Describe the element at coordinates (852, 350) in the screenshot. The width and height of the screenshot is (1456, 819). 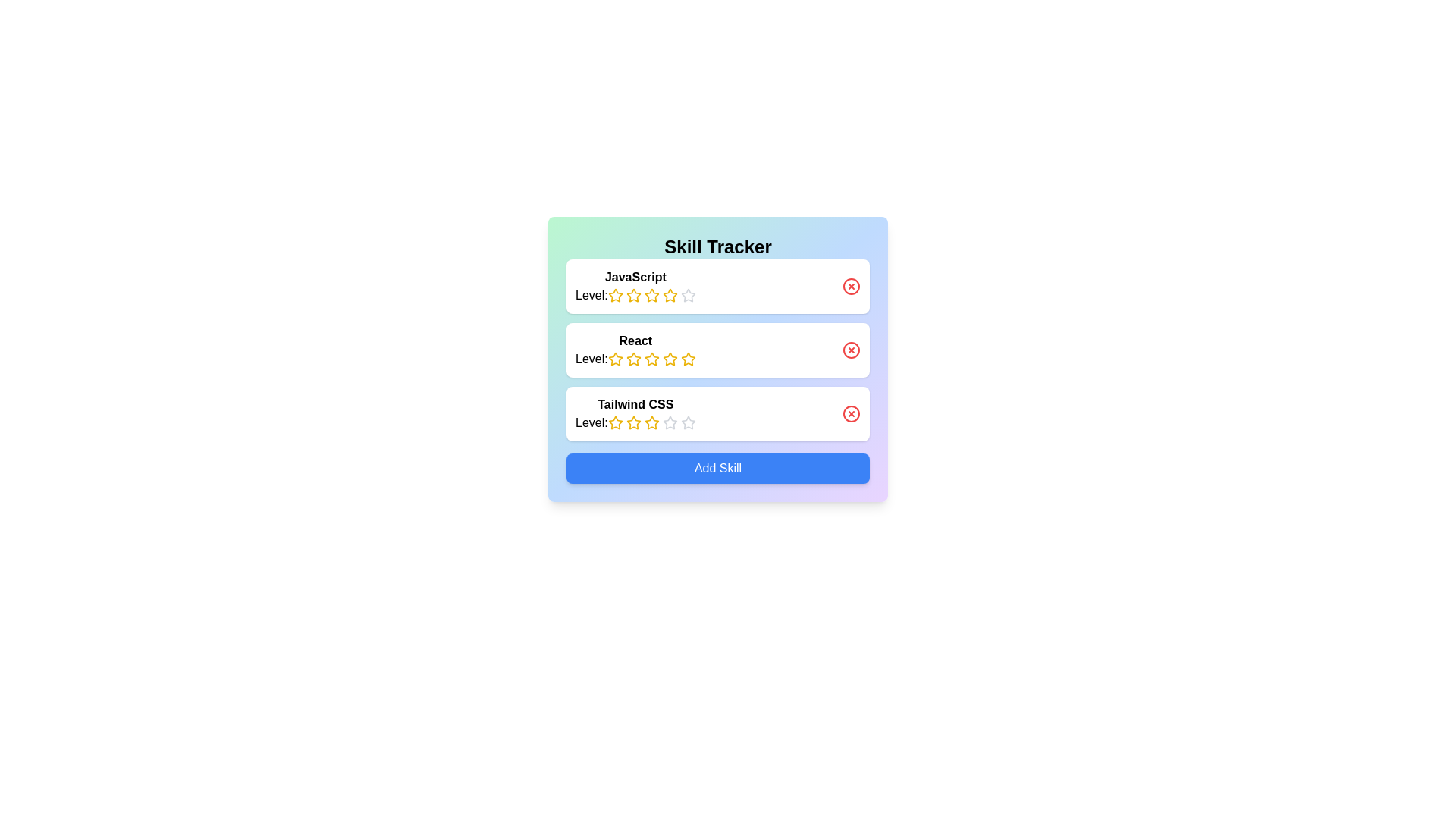
I see `the remove button for the skill named React` at that location.